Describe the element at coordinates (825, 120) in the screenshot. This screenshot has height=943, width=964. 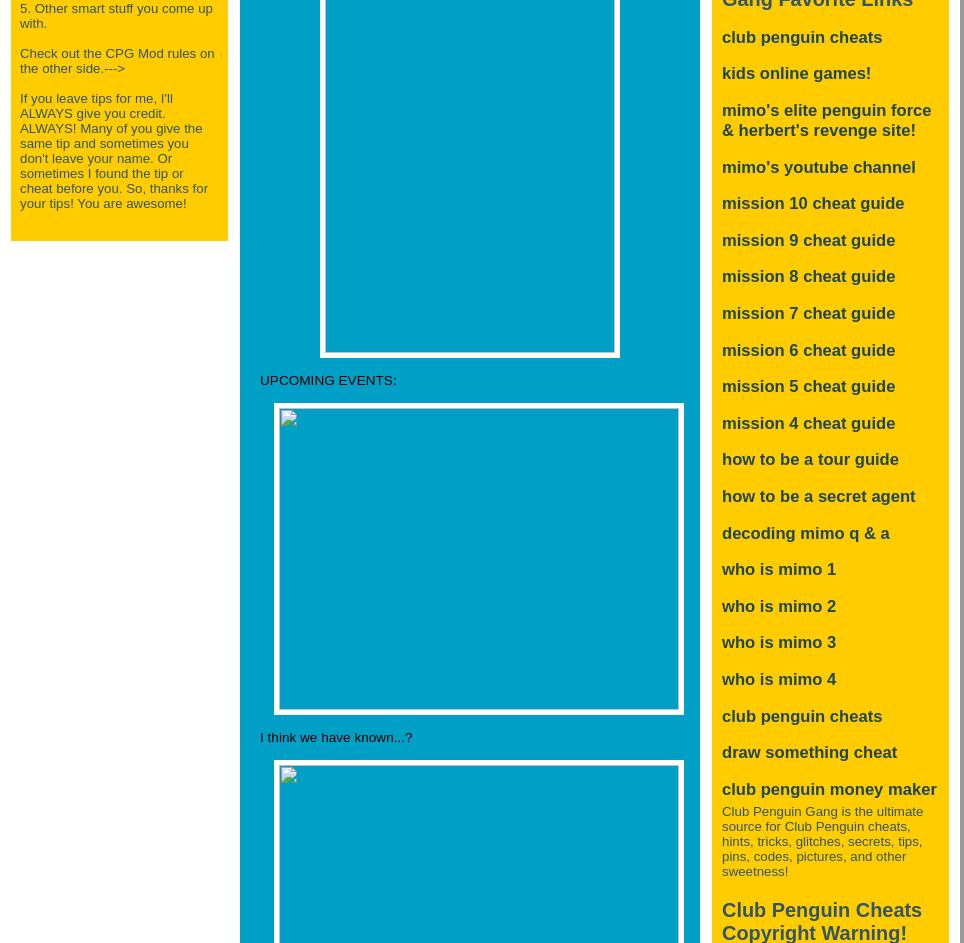
I see `'Mimo's Elite Penguin Force & Herbert's Revenge Site!'` at that location.